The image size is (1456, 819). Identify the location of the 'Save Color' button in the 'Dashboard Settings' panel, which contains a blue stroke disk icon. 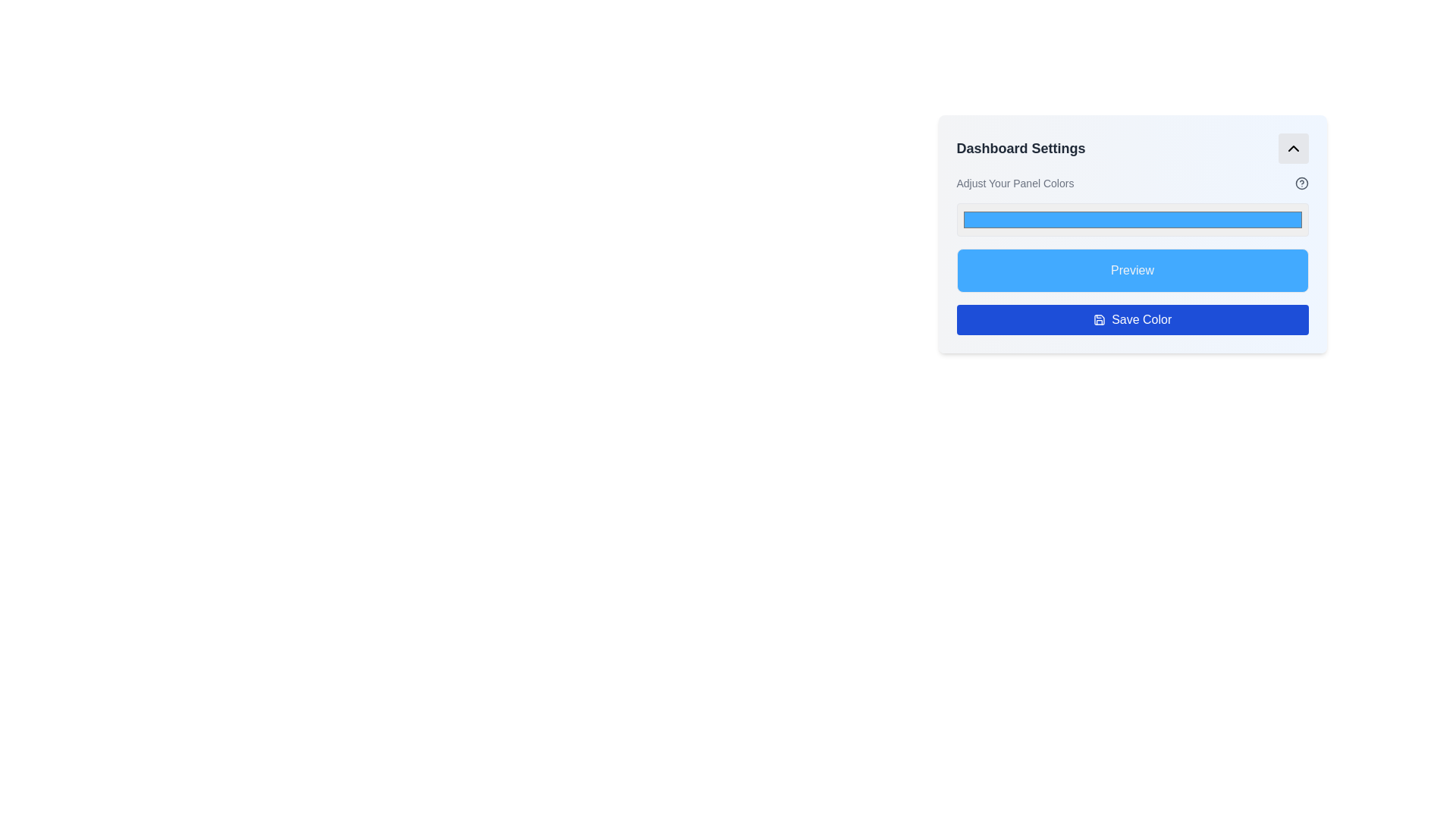
(1099, 318).